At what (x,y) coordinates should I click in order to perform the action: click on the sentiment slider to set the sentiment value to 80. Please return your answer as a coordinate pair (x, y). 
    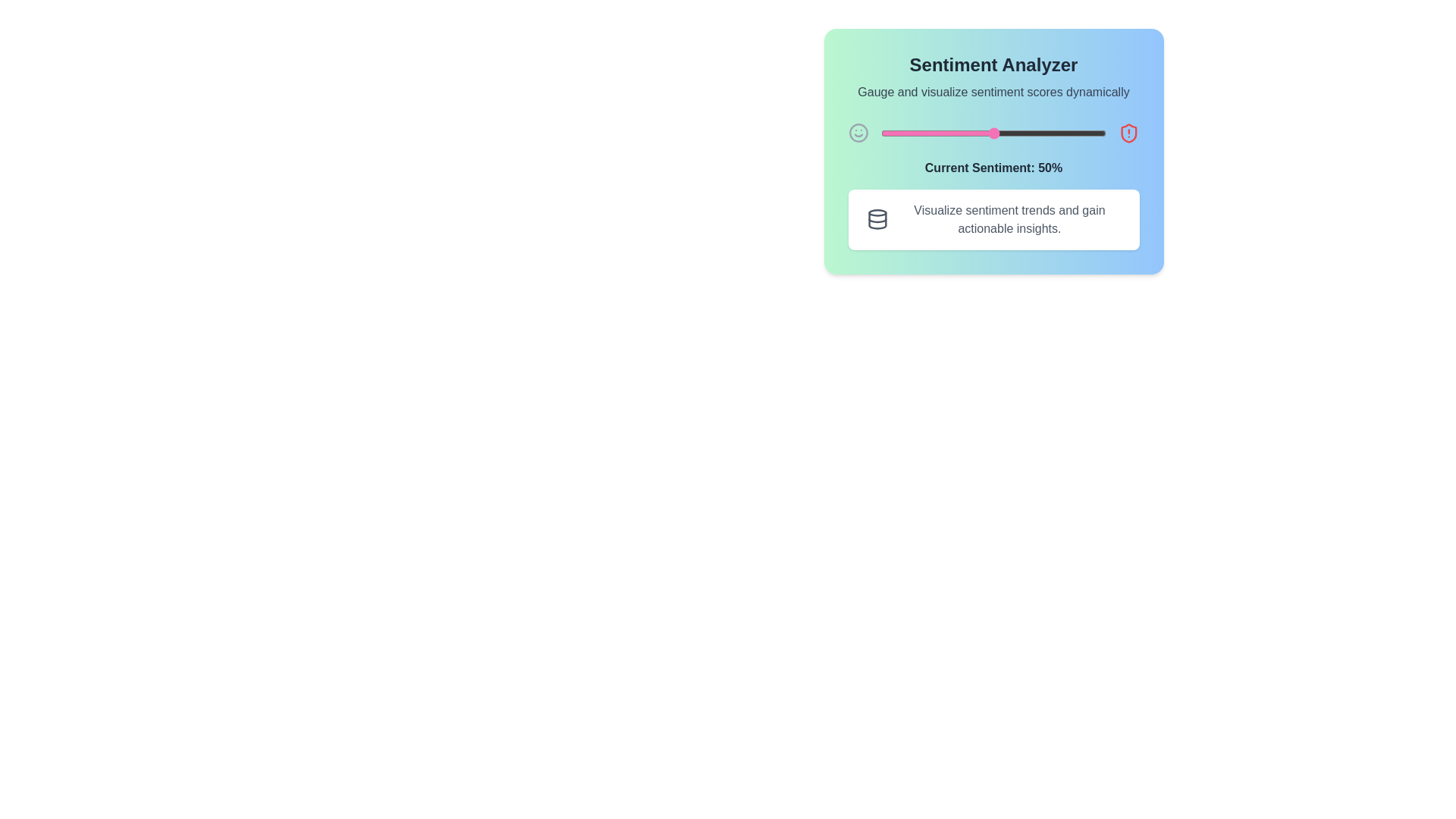
    Looking at the image, I should click on (1060, 133).